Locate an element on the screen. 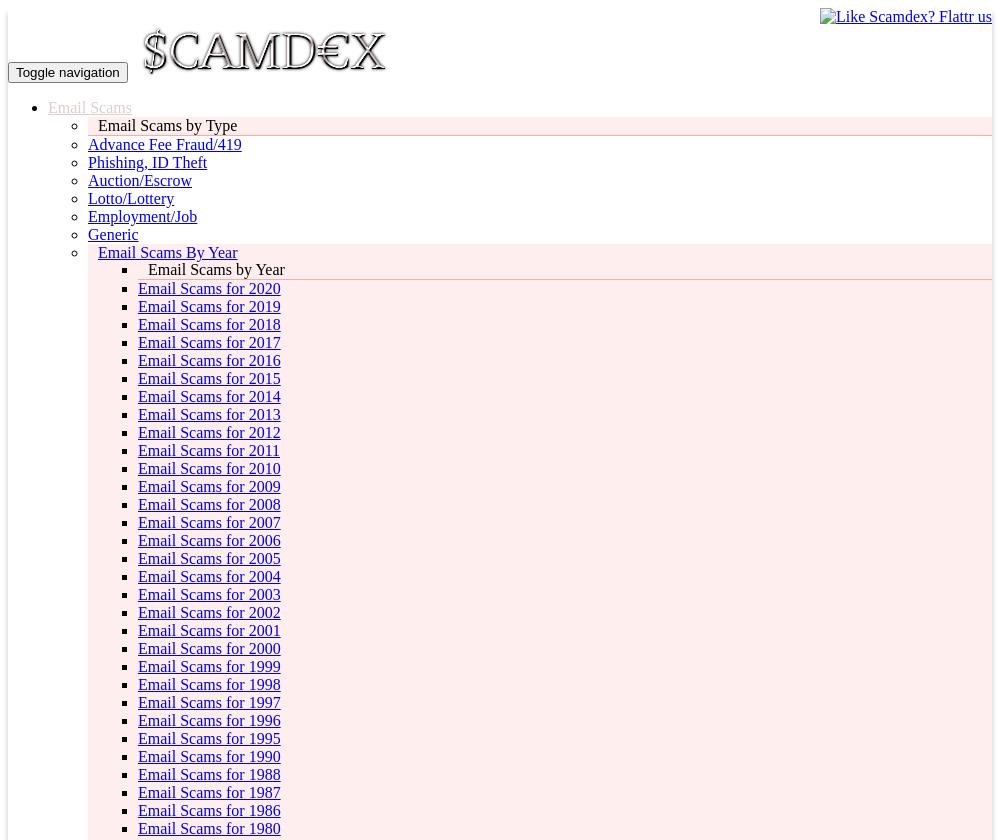 The width and height of the screenshot is (1000, 840). 'Email Scams by Year' is located at coordinates (215, 269).